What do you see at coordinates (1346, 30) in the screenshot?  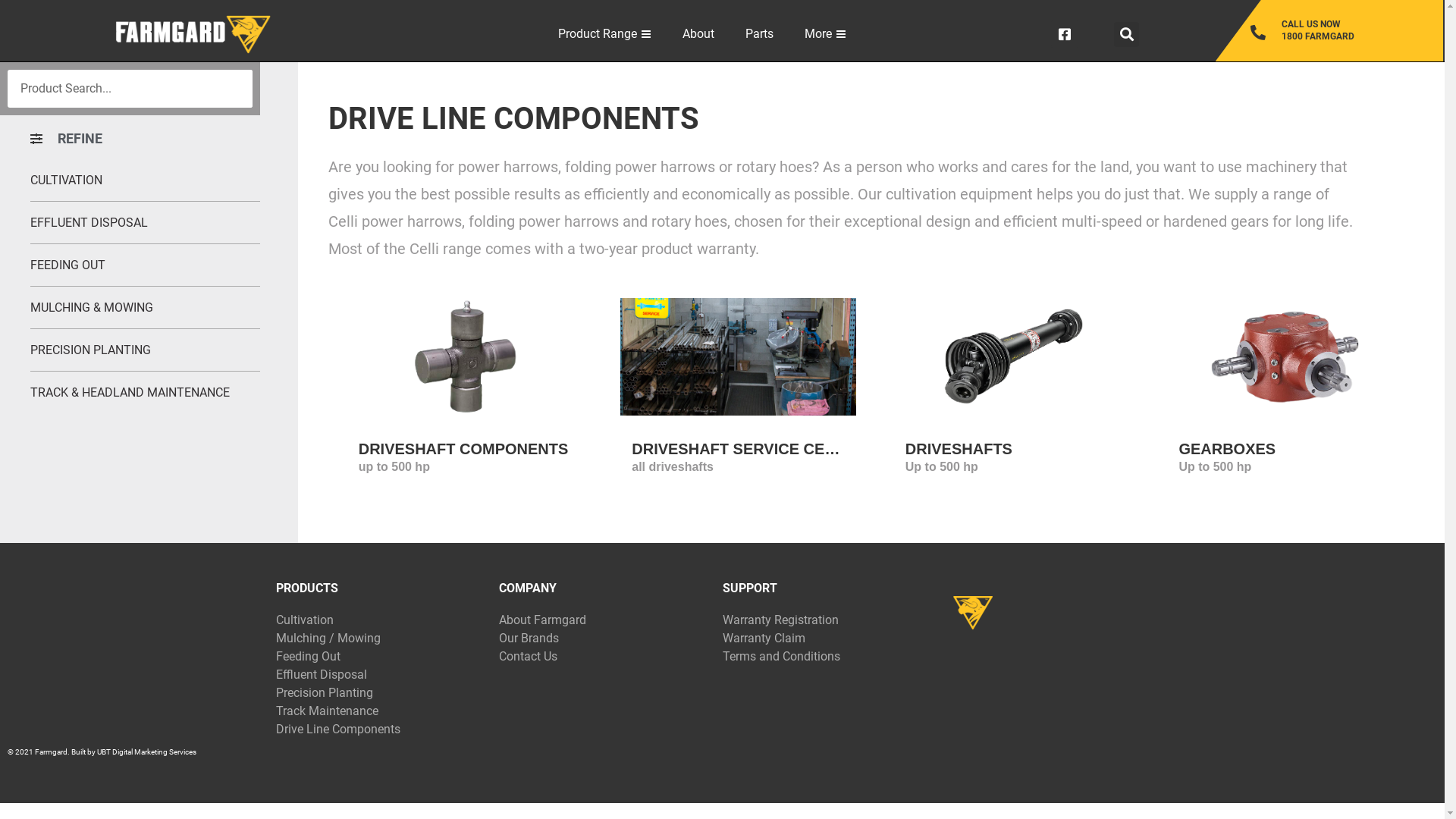 I see `'CALL US NOW` at bounding box center [1346, 30].